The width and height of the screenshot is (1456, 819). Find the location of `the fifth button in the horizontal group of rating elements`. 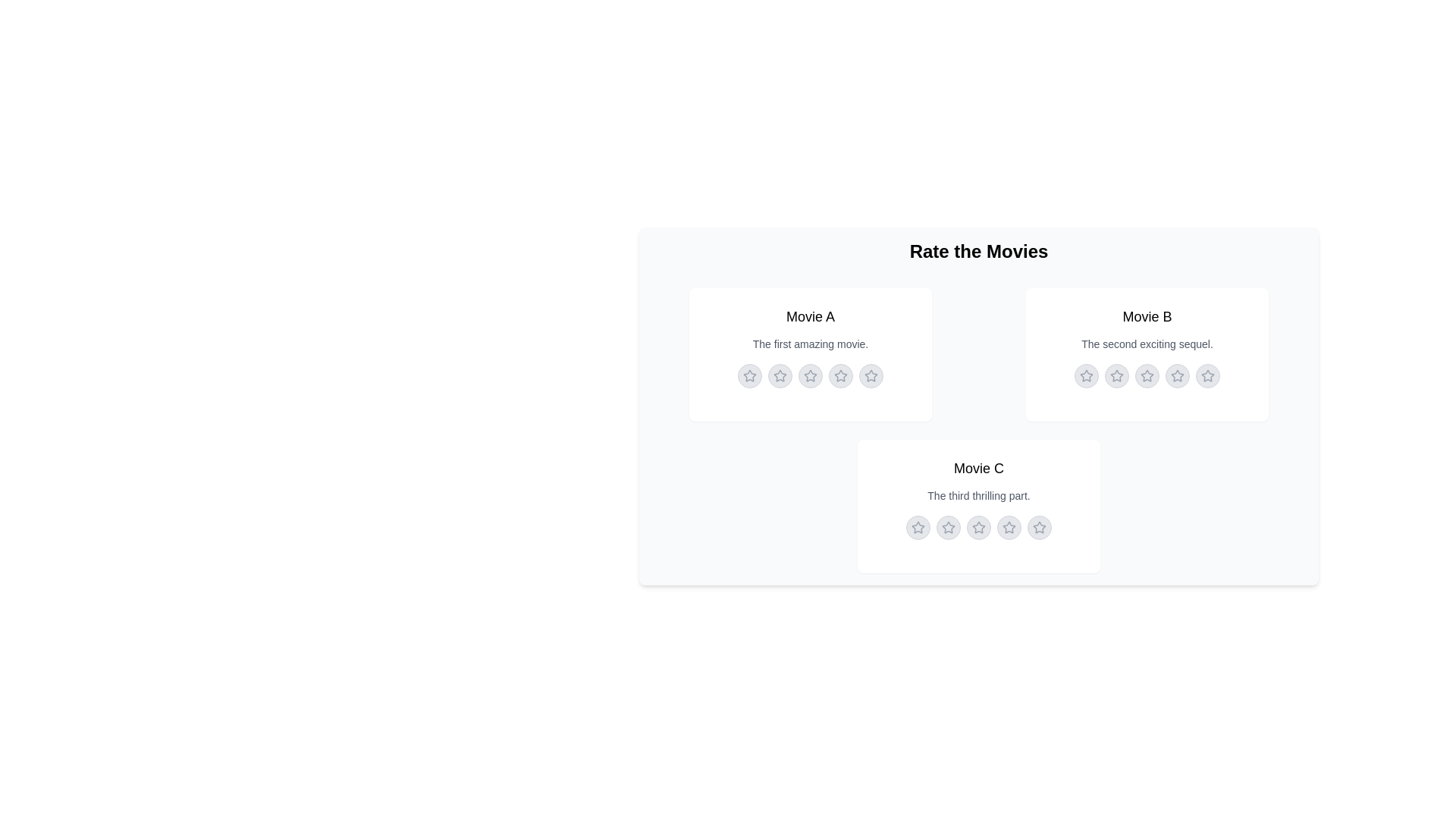

the fifth button in the horizontal group of rating elements is located at coordinates (1039, 526).